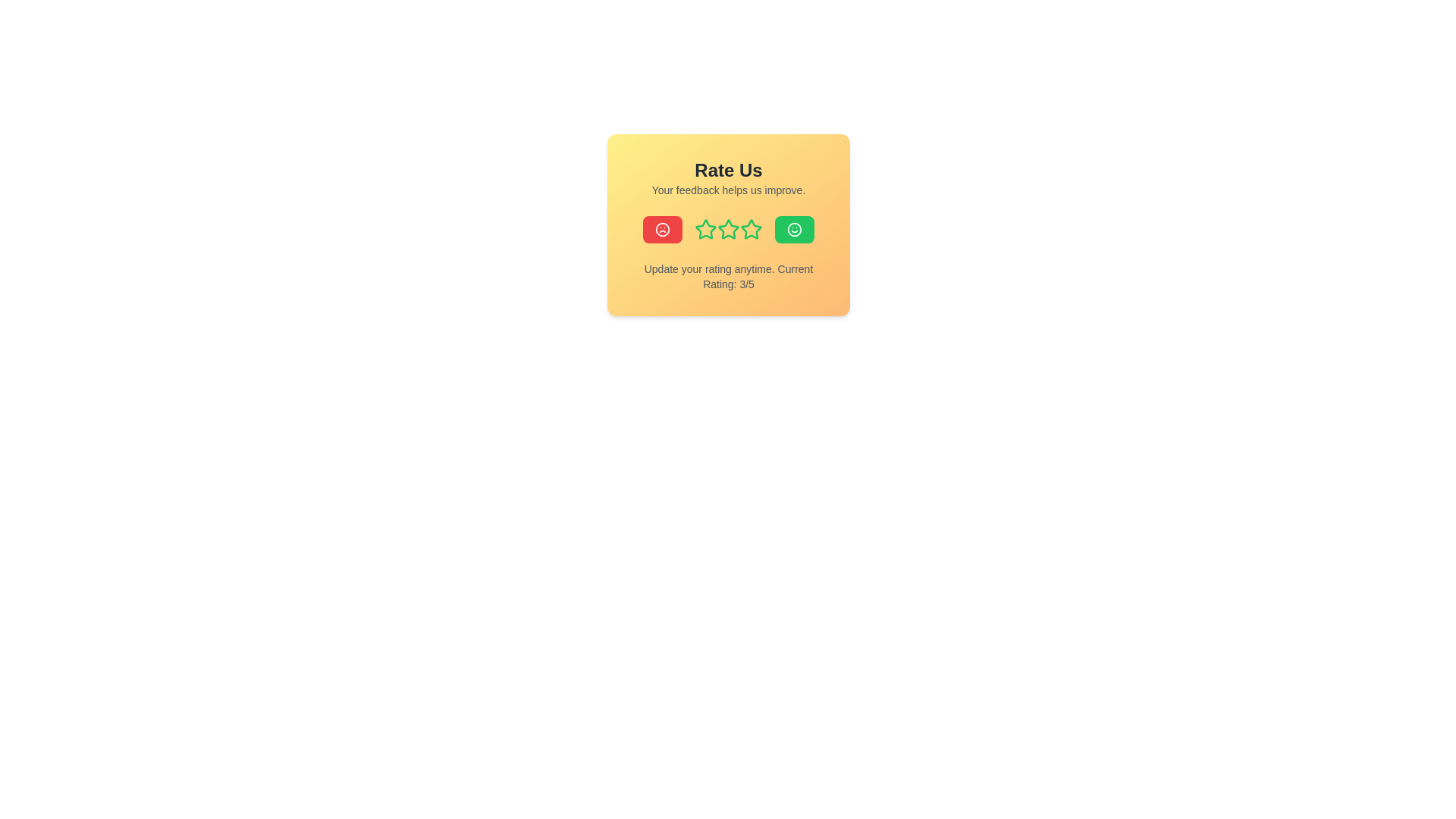 The width and height of the screenshot is (1456, 819). I want to click on the third green star icon with a hollow center in the rating panel, which is surrounded by two other green stars, so click(728, 229).